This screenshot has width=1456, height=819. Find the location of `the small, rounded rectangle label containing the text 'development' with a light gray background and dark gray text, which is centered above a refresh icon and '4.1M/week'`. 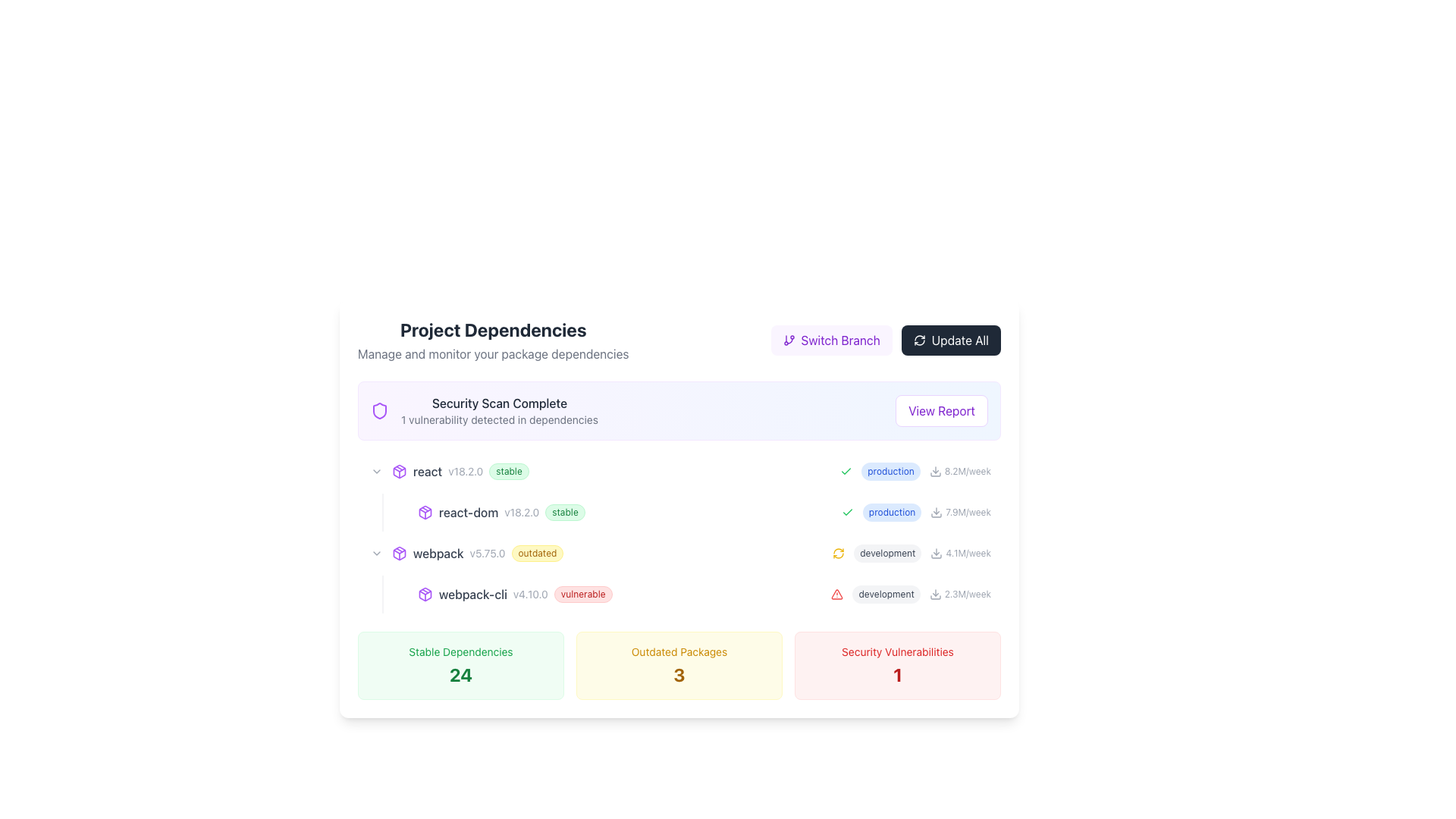

the small, rounded rectangle label containing the text 'development' with a light gray background and dark gray text, which is centered above a refresh icon and '4.1M/week' is located at coordinates (887, 553).